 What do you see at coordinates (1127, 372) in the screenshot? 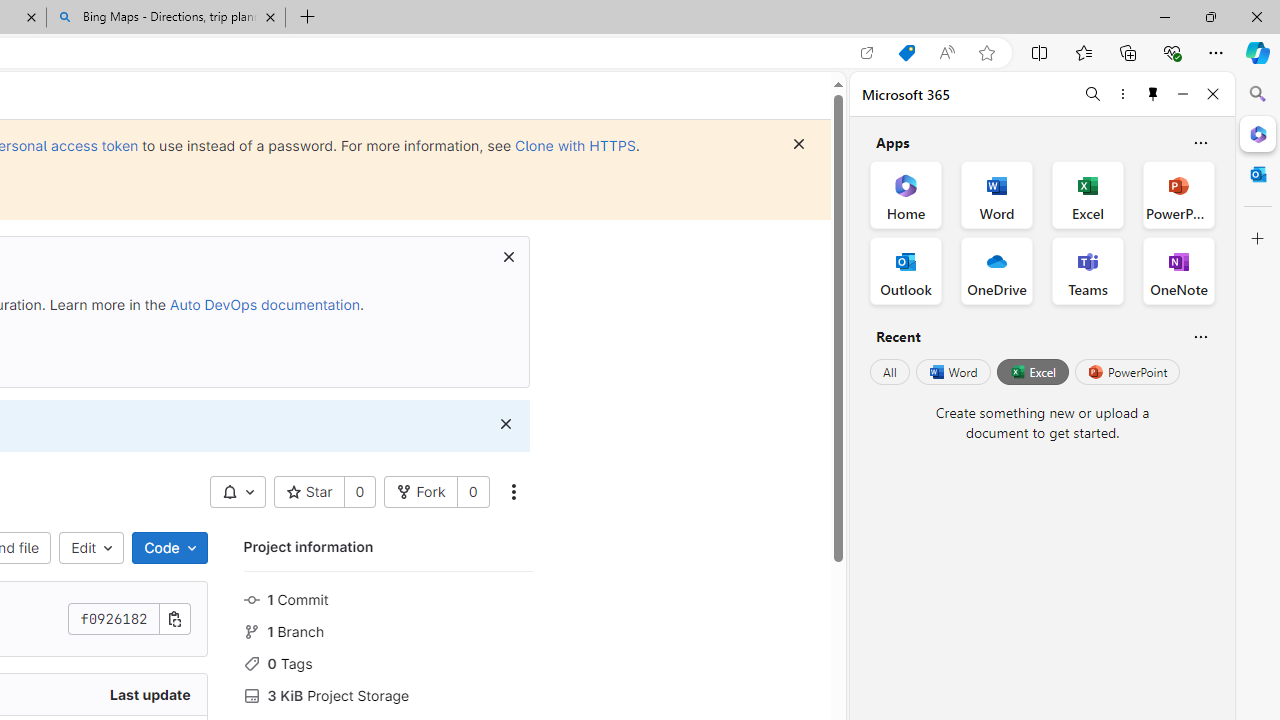
I see `'PowerPoint'` at bounding box center [1127, 372].